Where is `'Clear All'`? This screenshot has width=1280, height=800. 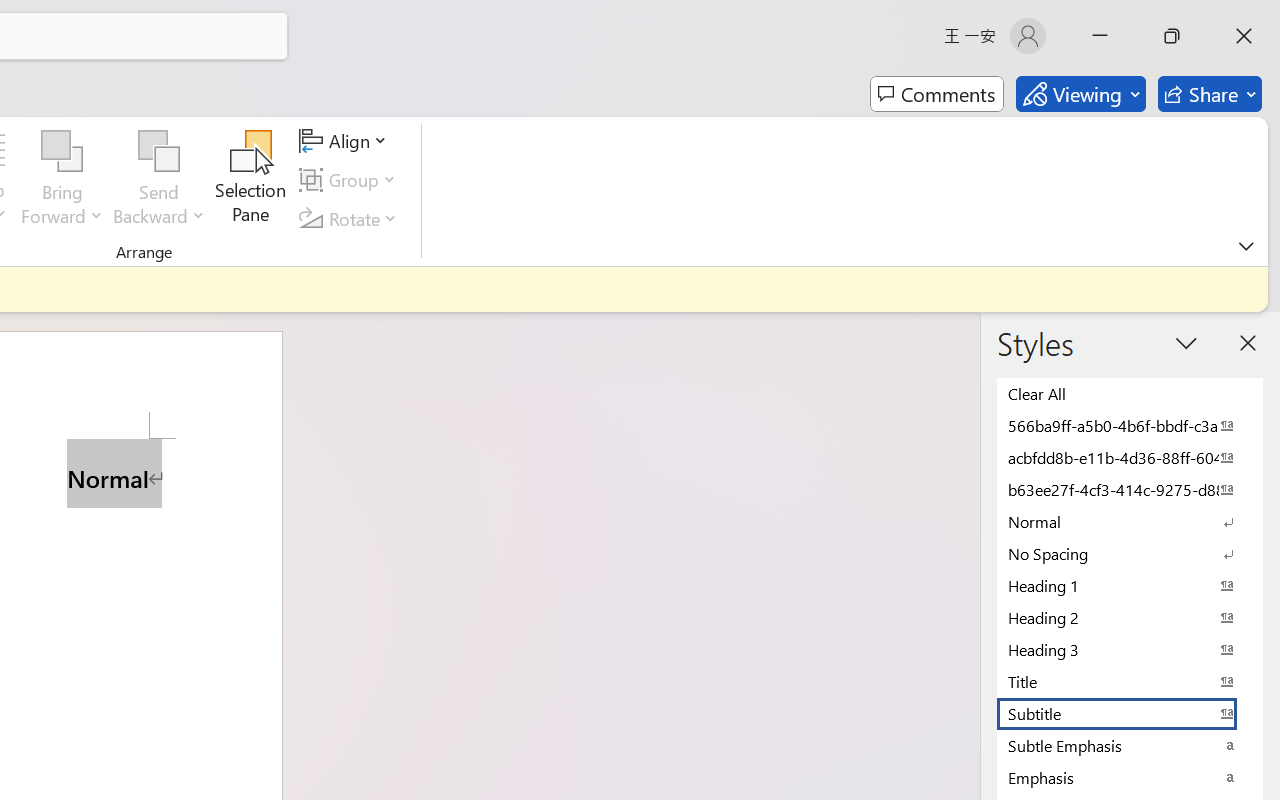 'Clear All' is located at coordinates (1130, 392).